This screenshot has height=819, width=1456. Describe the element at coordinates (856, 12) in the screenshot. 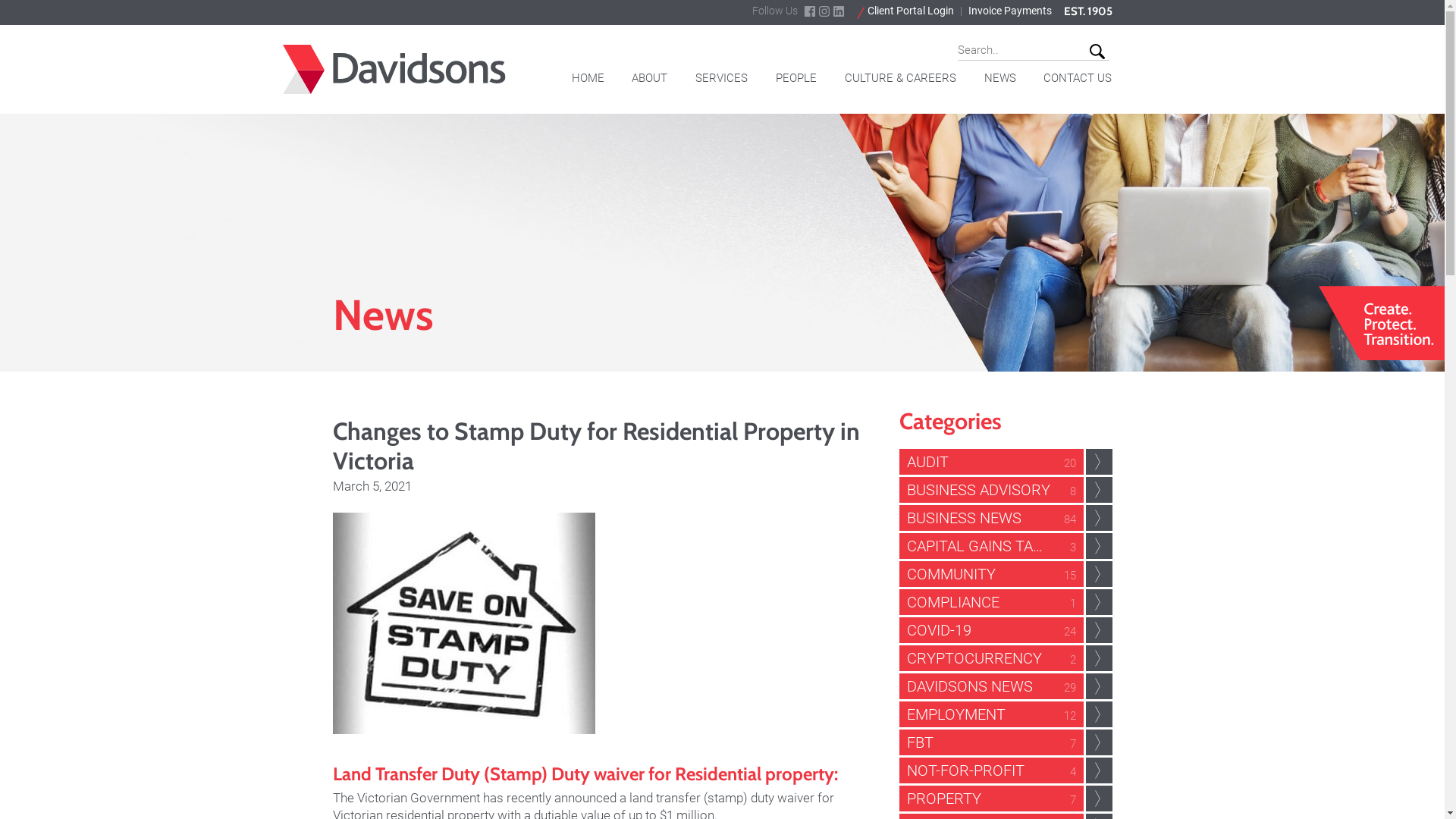

I see `'Client Portal Login'` at that location.